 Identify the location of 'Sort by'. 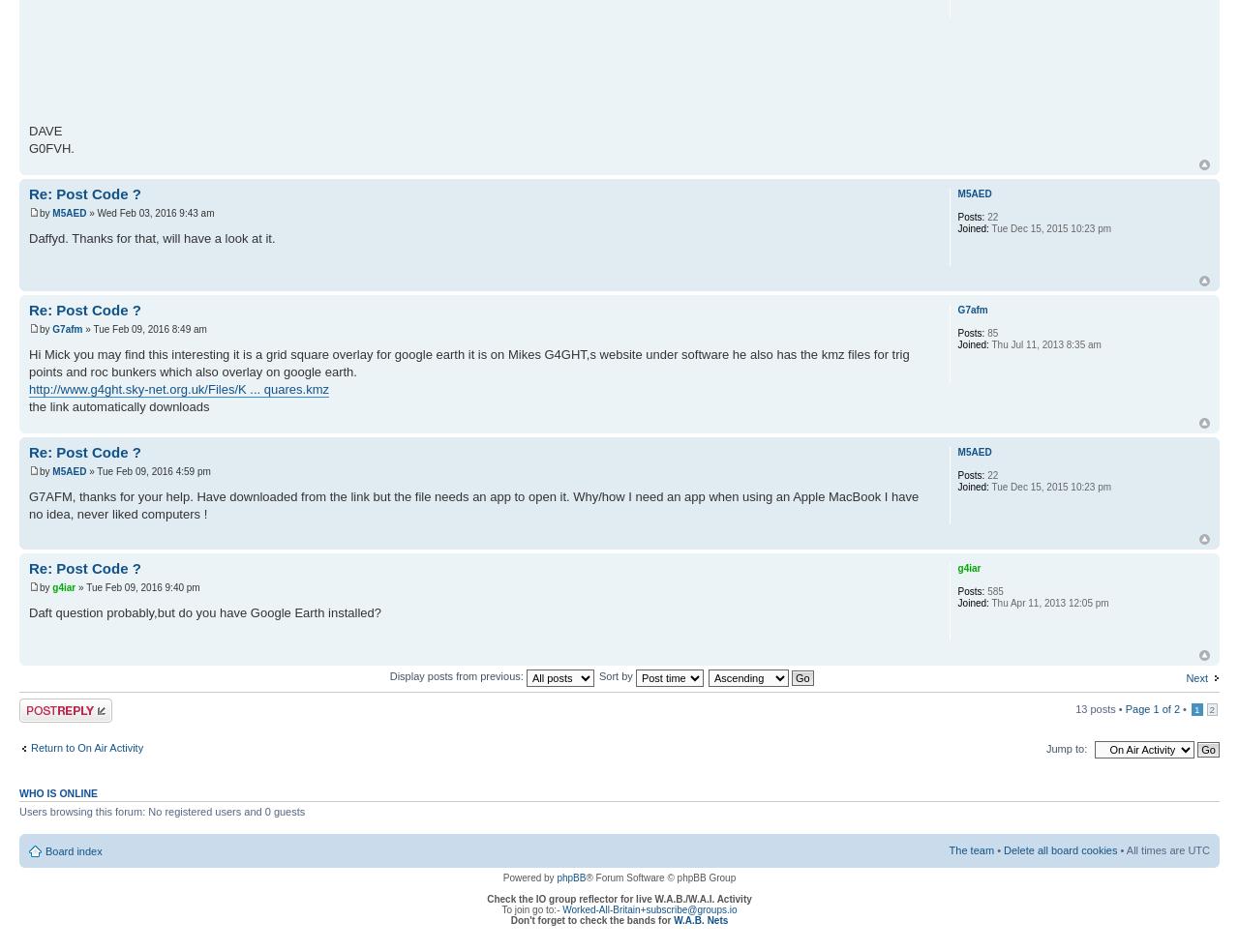
(616, 676).